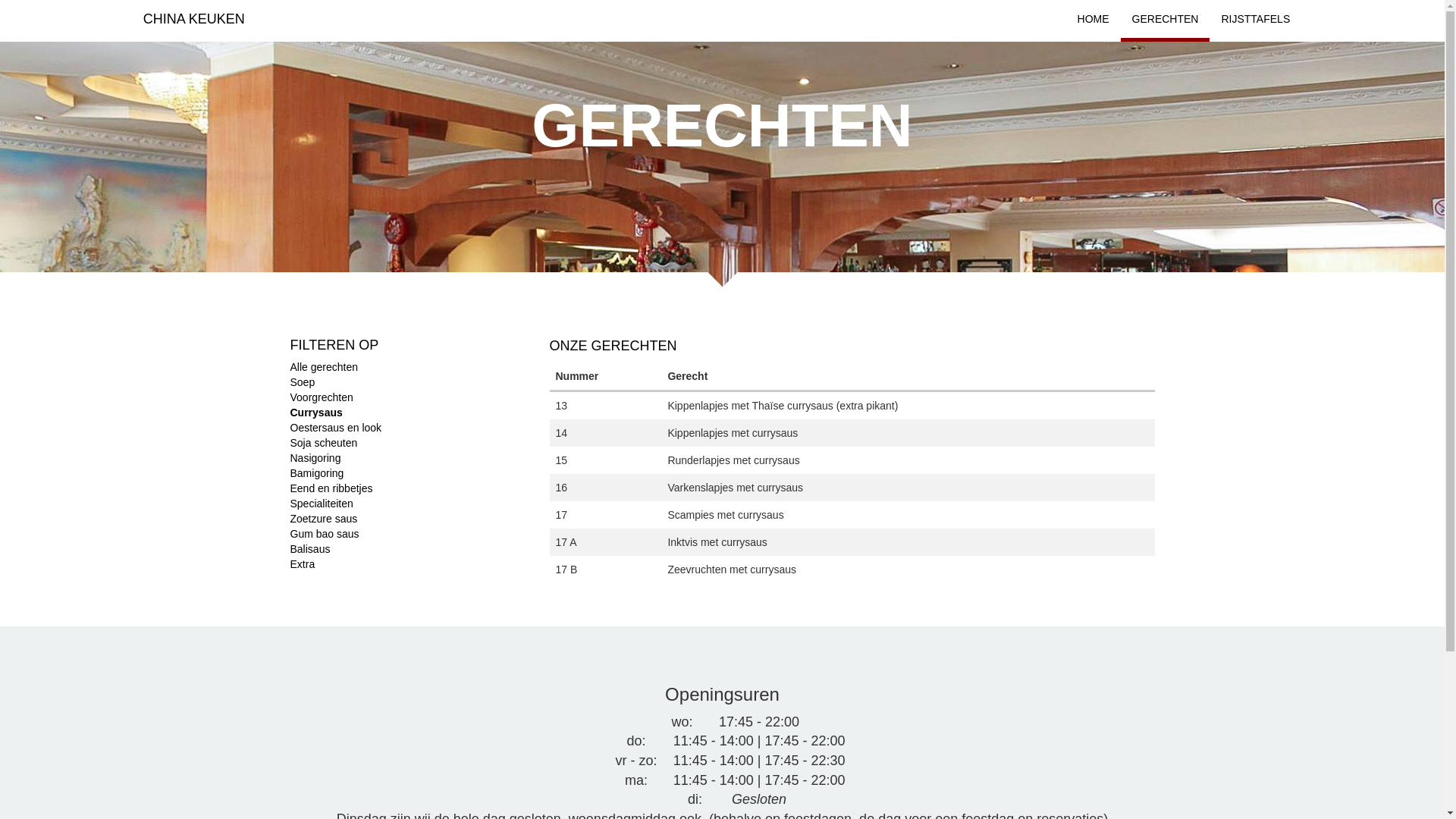  Describe the element at coordinates (1164, 18) in the screenshot. I see `'GERECHTEN'` at that location.